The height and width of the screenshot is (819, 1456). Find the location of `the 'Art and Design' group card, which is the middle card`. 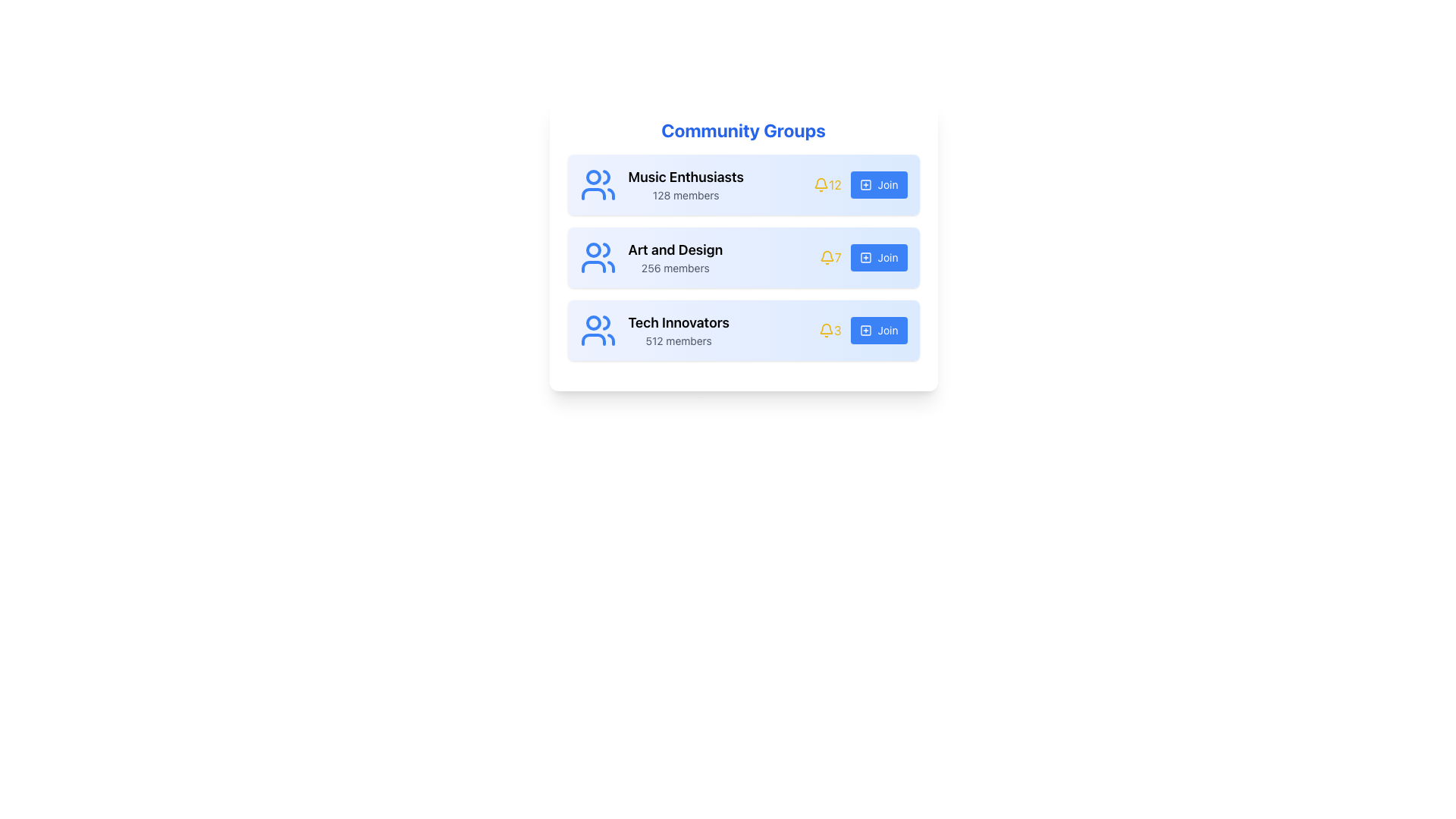

the 'Art and Design' group card, which is the middle card is located at coordinates (743, 256).